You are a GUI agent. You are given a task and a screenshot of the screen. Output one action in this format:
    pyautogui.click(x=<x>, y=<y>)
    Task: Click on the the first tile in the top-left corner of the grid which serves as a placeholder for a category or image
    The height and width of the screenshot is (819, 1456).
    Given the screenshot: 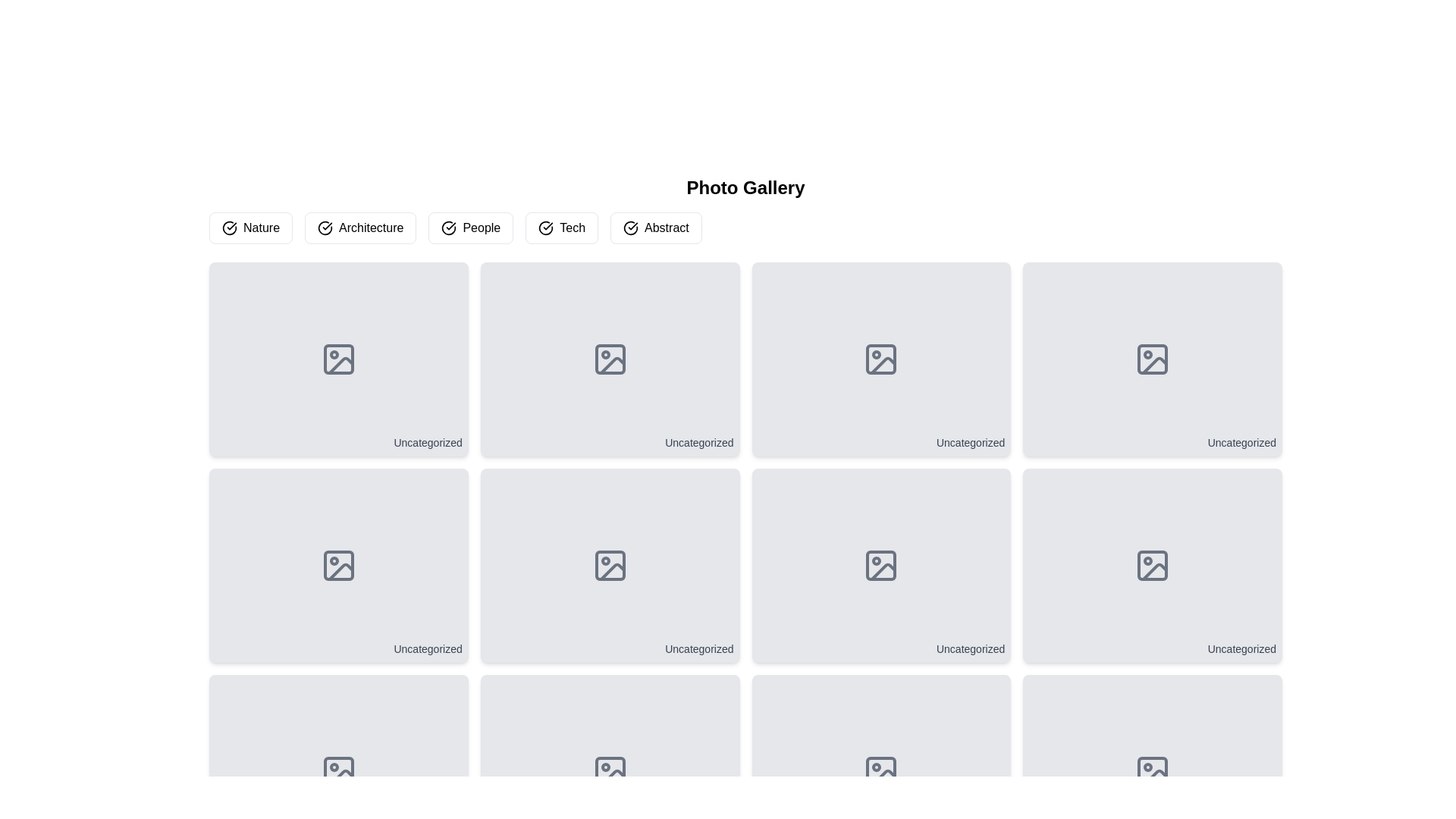 What is the action you would take?
    pyautogui.click(x=337, y=359)
    